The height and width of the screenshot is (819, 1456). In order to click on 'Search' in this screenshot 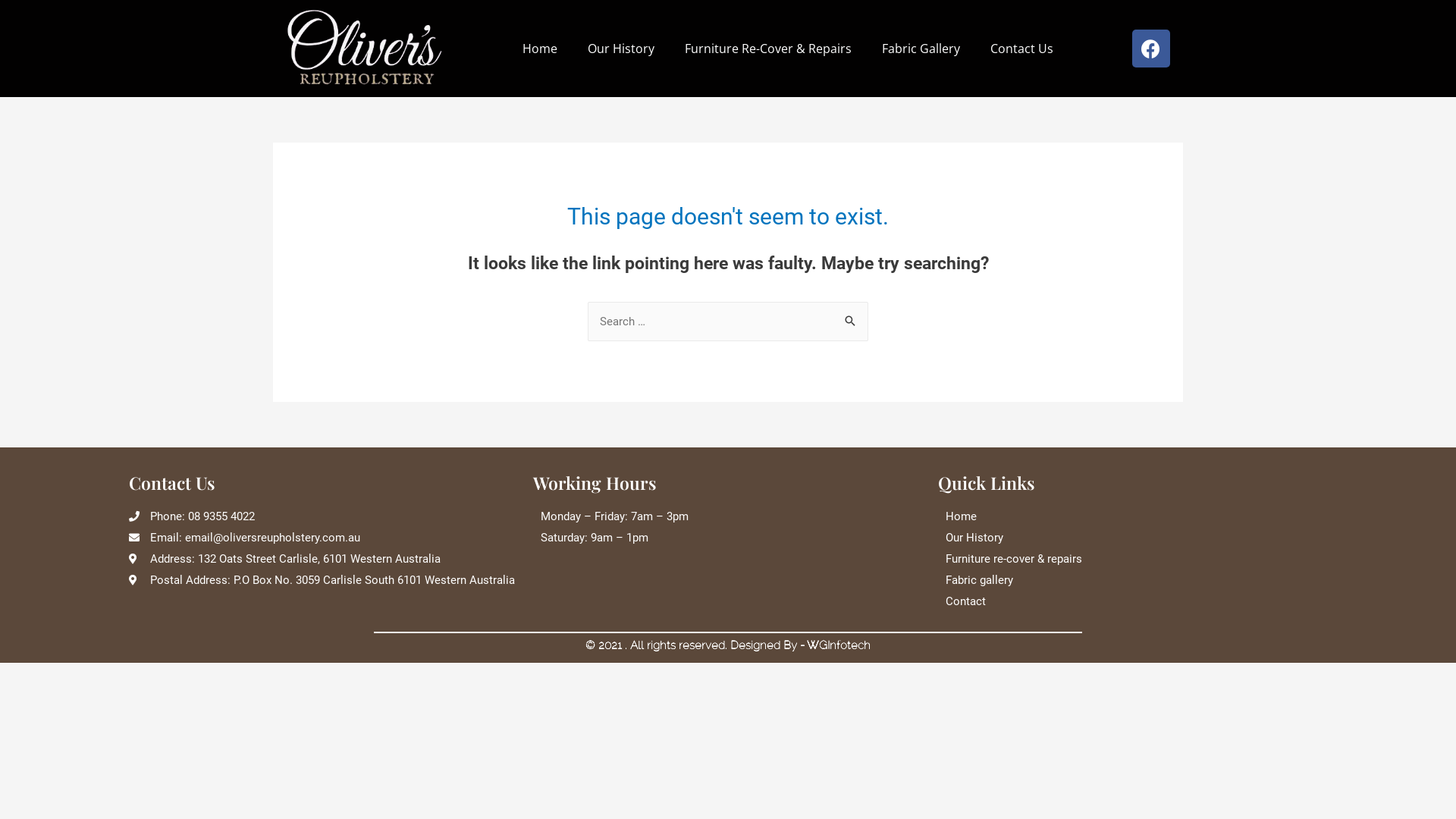, I will do `click(833, 321)`.